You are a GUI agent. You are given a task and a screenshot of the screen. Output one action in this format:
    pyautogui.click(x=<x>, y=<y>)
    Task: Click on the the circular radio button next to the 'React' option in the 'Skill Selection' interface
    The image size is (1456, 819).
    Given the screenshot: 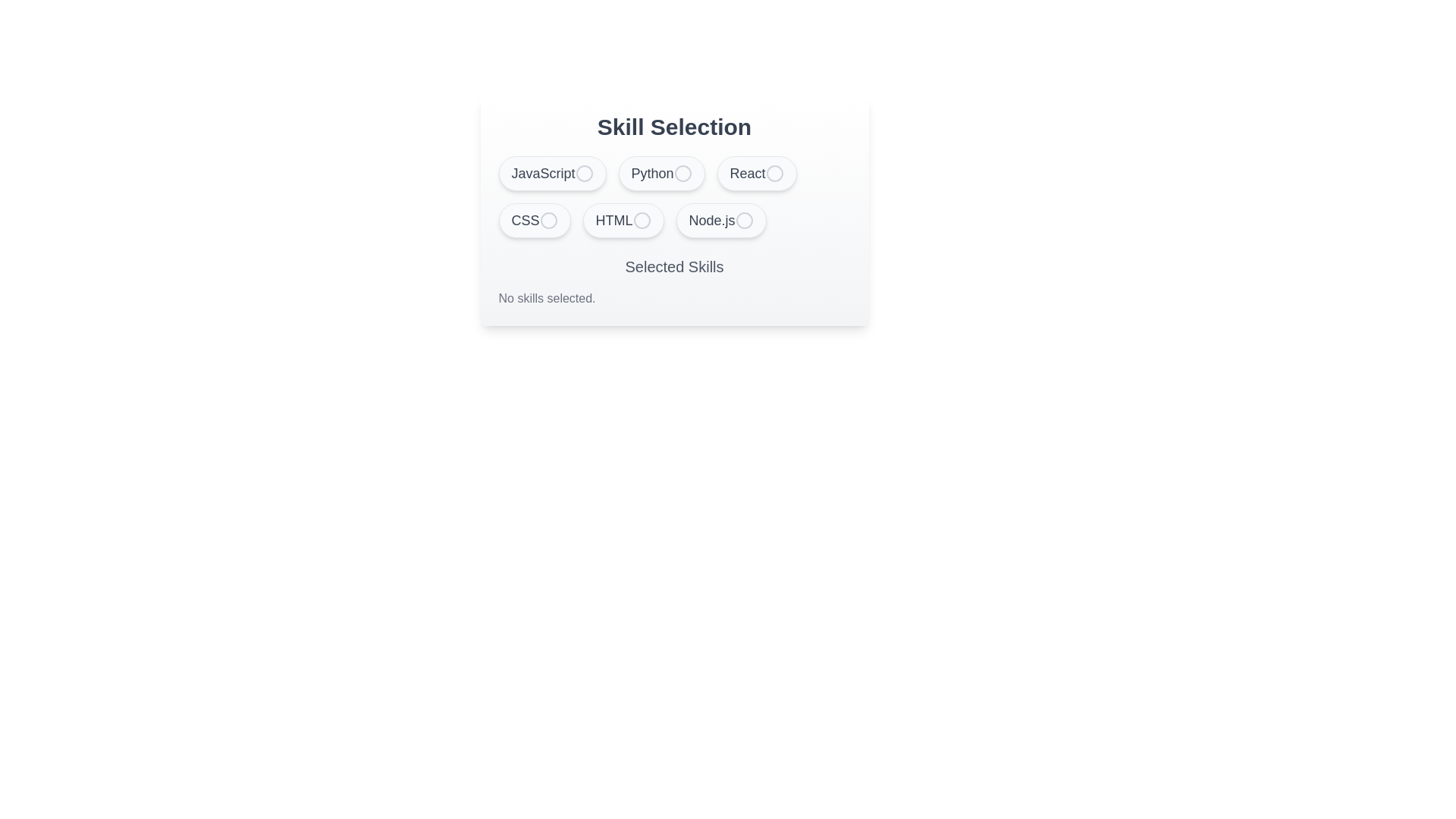 What is the action you would take?
    pyautogui.click(x=774, y=172)
    